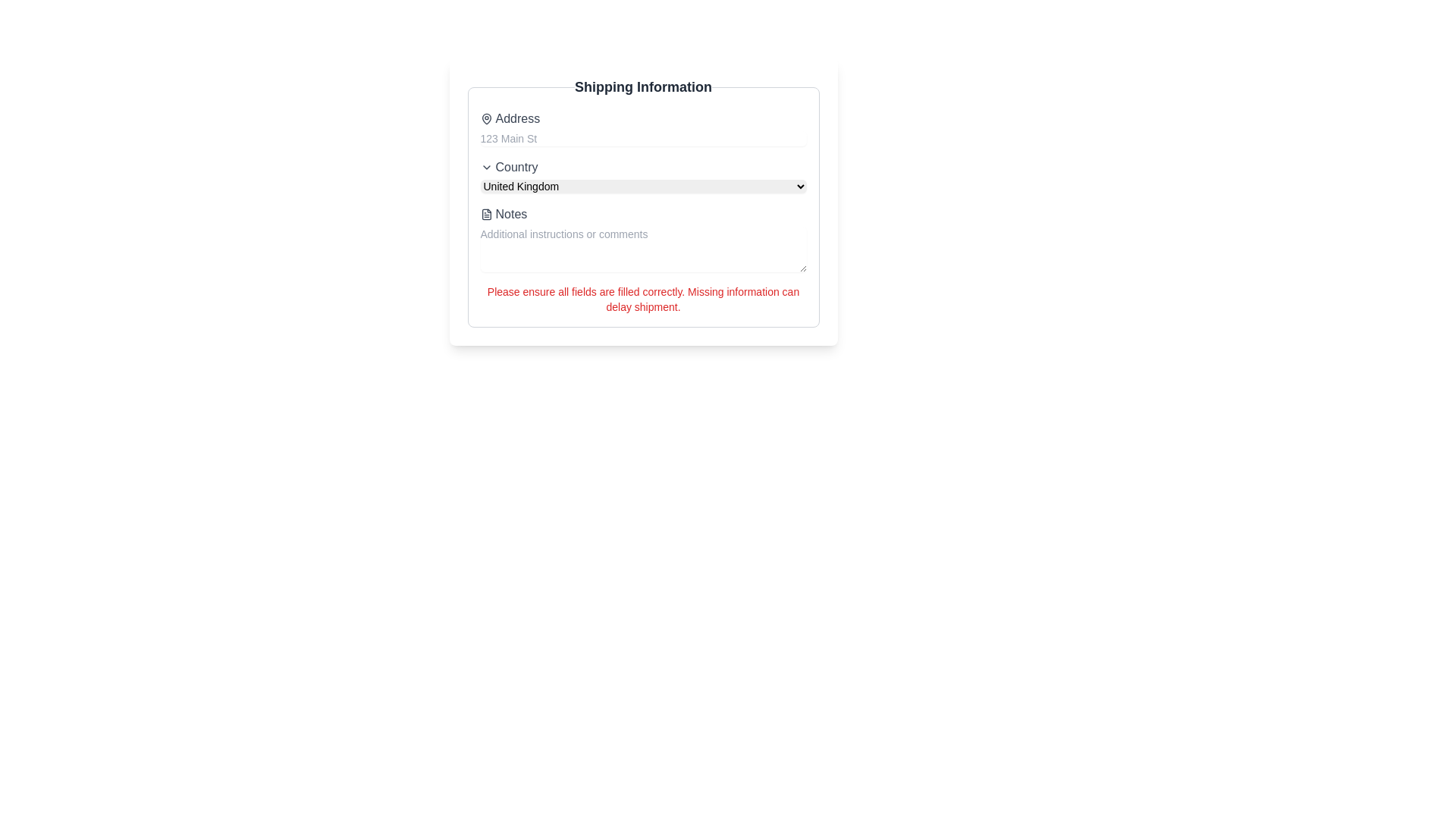 The height and width of the screenshot is (819, 1456). Describe the element at coordinates (643, 239) in the screenshot. I see `the 'Notes' text input box` at that location.